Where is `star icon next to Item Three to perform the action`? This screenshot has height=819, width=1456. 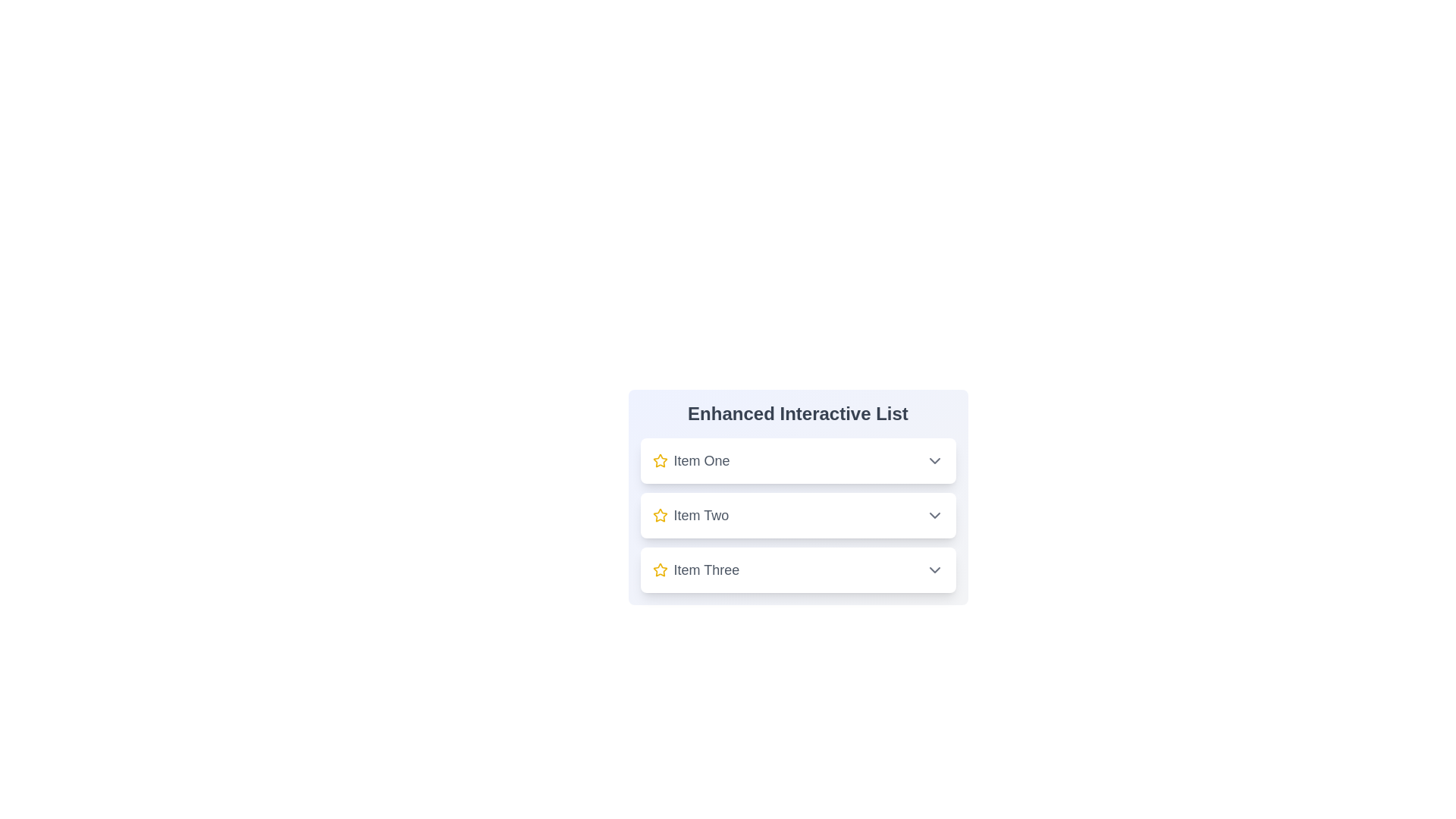
star icon next to Item Three to perform the action is located at coordinates (660, 570).